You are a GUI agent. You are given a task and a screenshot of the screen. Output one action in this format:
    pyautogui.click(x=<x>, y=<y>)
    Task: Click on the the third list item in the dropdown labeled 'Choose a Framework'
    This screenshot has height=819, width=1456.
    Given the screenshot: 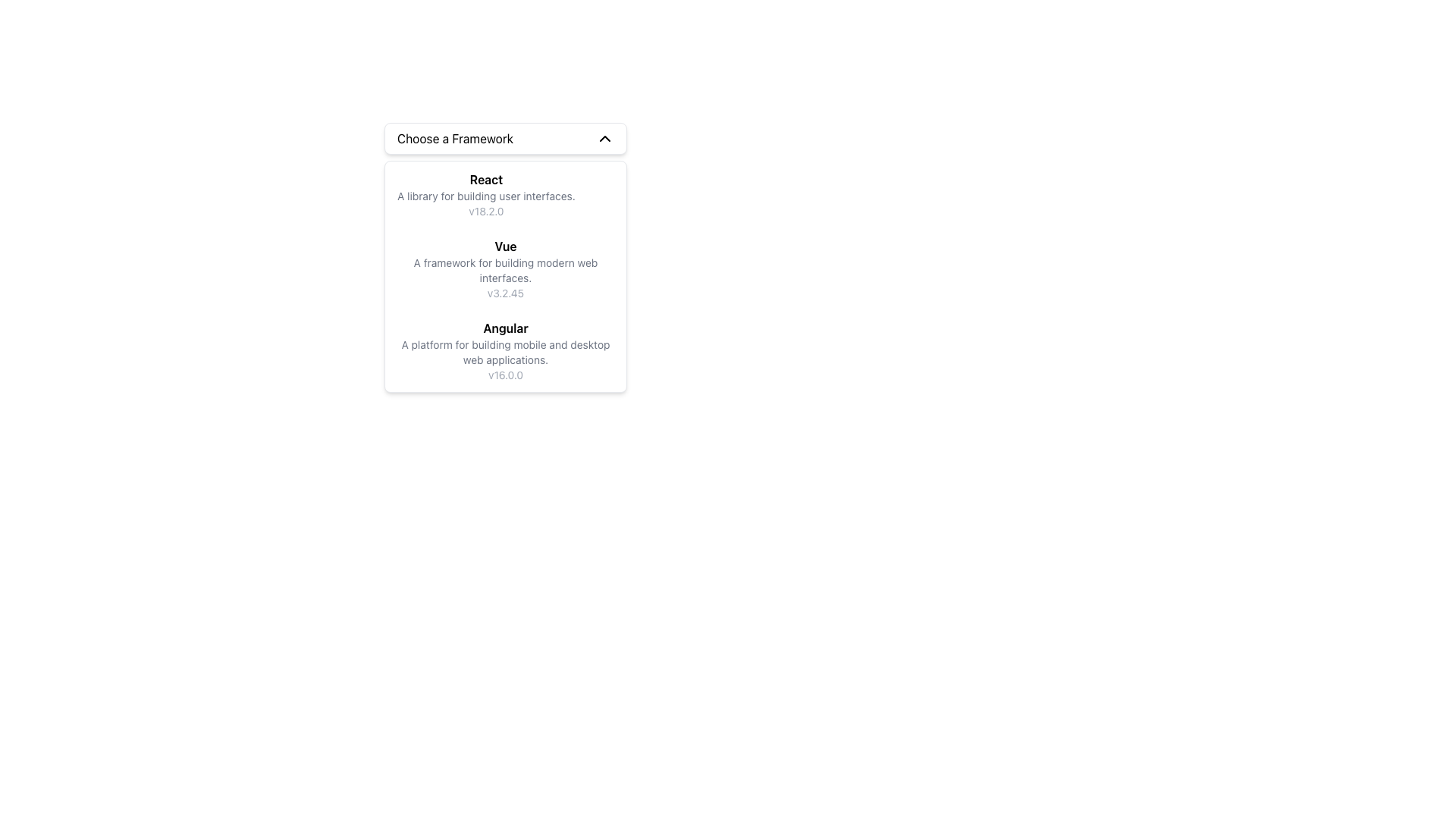 What is the action you would take?
    pyautogui.click(x=506, y=350)
    